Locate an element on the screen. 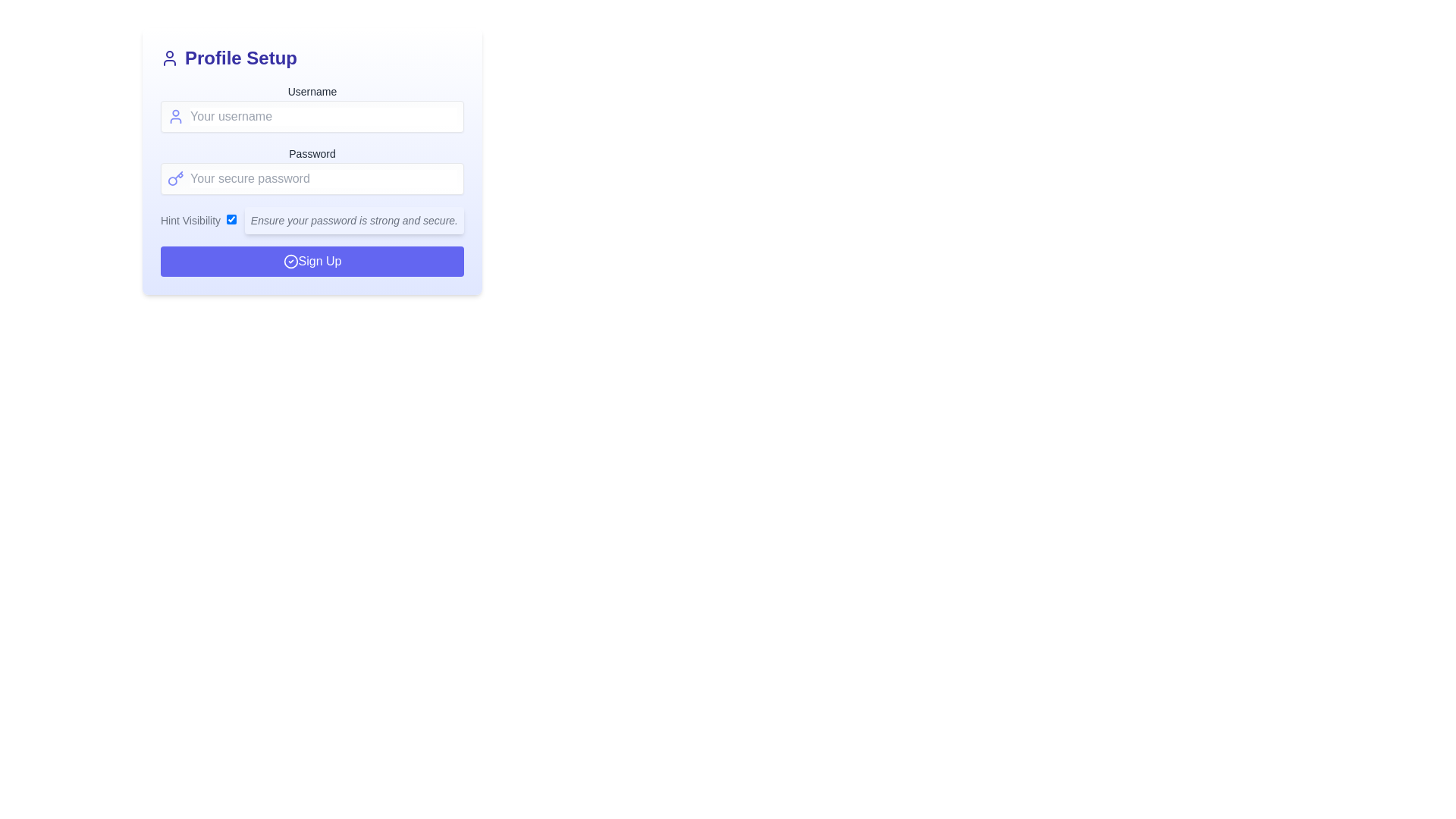  the small circular icon within the SVG graphic that is located to the left of the password input field is located at coordinates (172, 180).